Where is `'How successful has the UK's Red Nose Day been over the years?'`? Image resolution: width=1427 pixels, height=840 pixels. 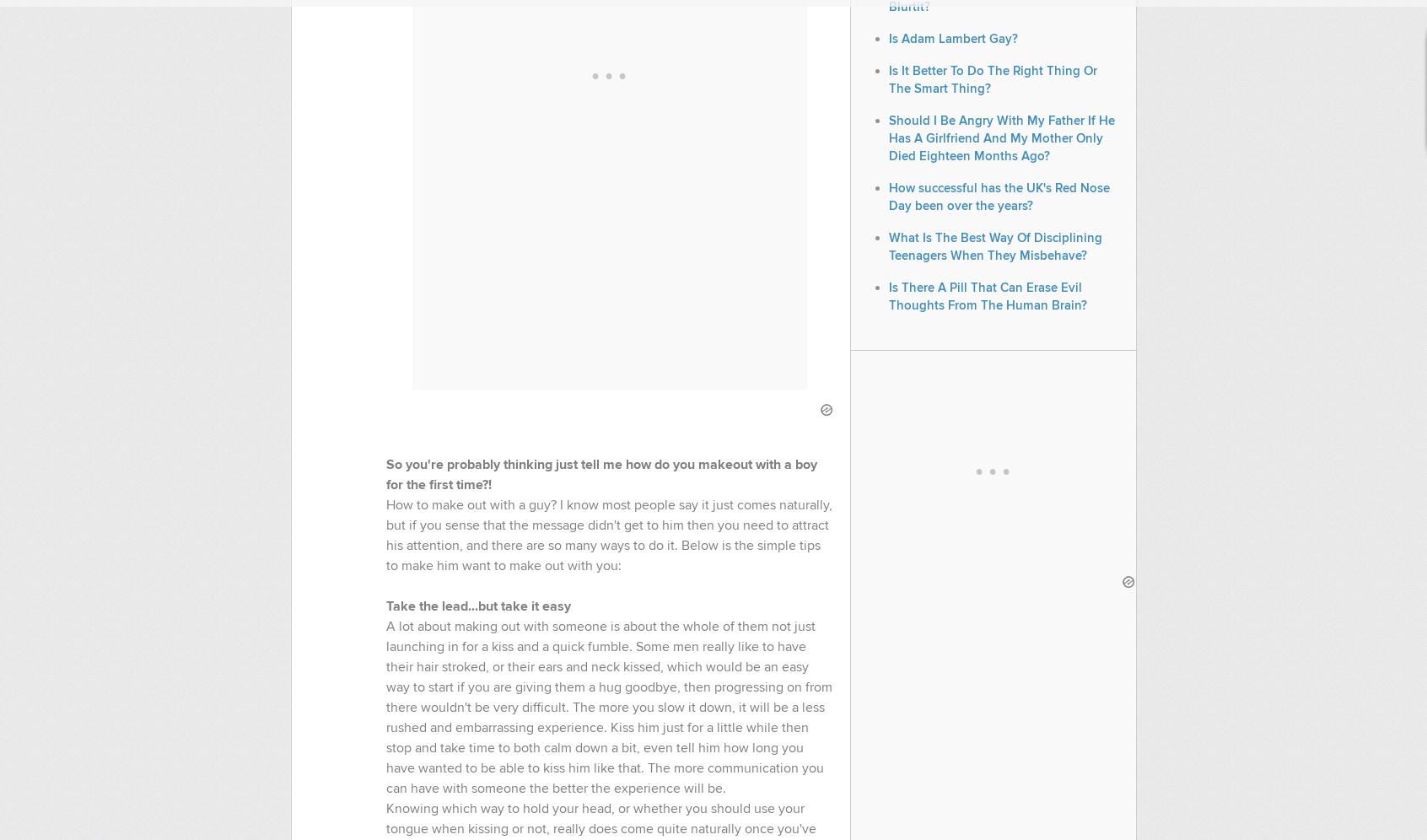 'How successful has the UK's Red Nose Day been over the years?' is located at coordinates (998, 196).